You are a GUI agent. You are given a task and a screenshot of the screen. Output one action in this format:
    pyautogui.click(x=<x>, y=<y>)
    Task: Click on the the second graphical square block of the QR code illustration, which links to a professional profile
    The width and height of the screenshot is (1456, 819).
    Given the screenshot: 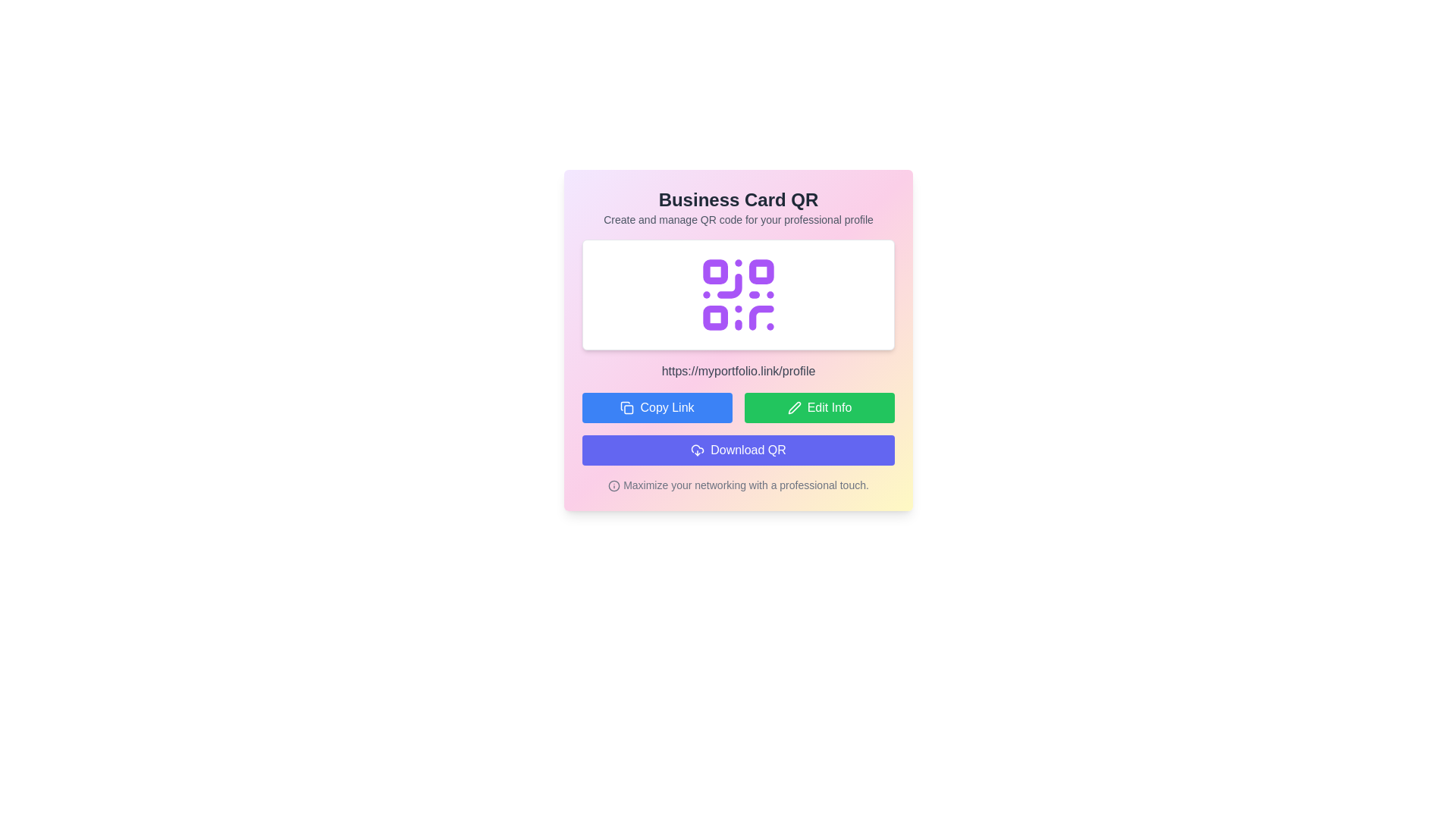 What is the action you would take?
    pyautogui.click(x=761, y=271)
    